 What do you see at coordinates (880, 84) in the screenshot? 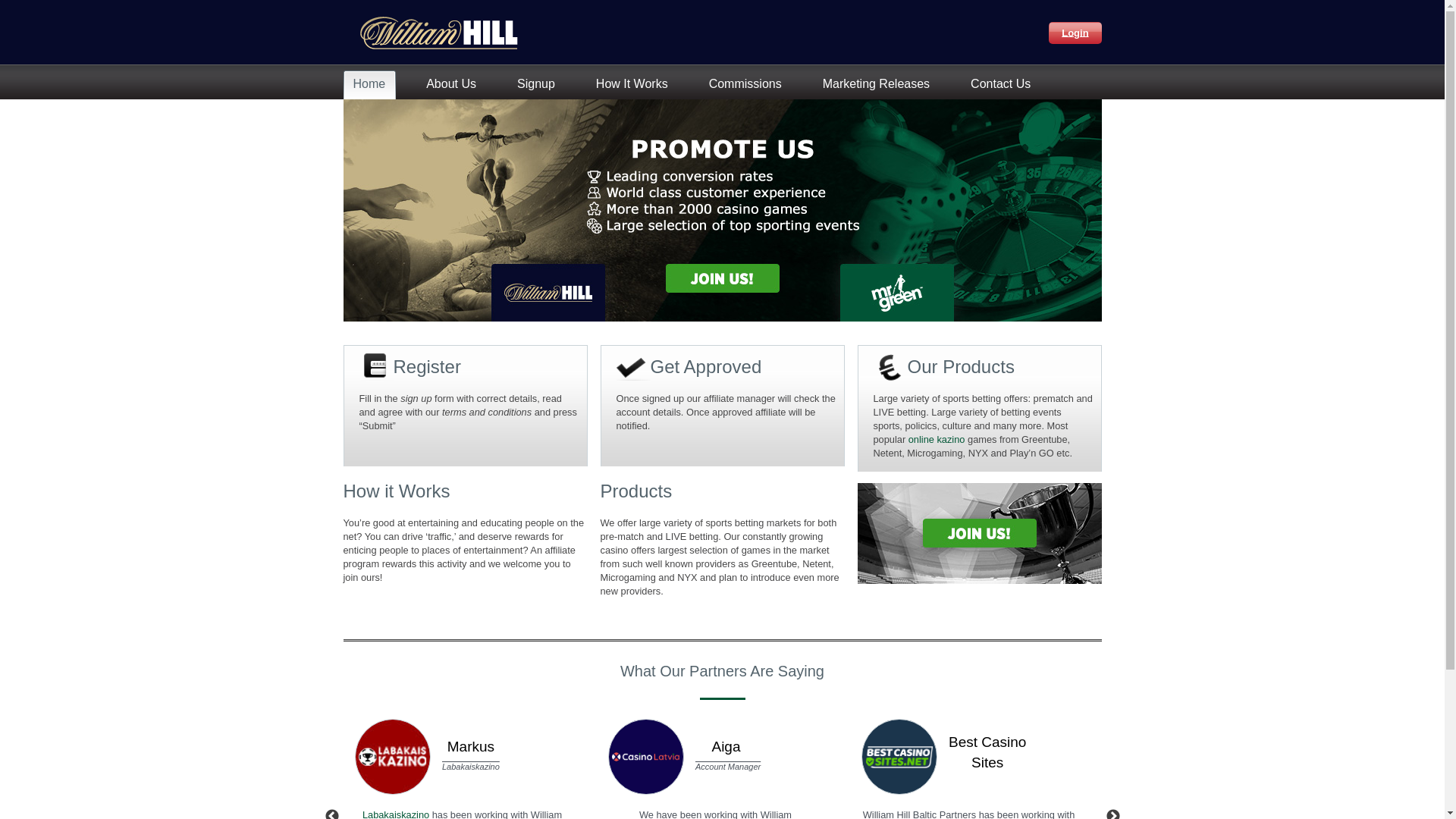
I see `'Marketing Releases'` at bounding box center [880, 84].